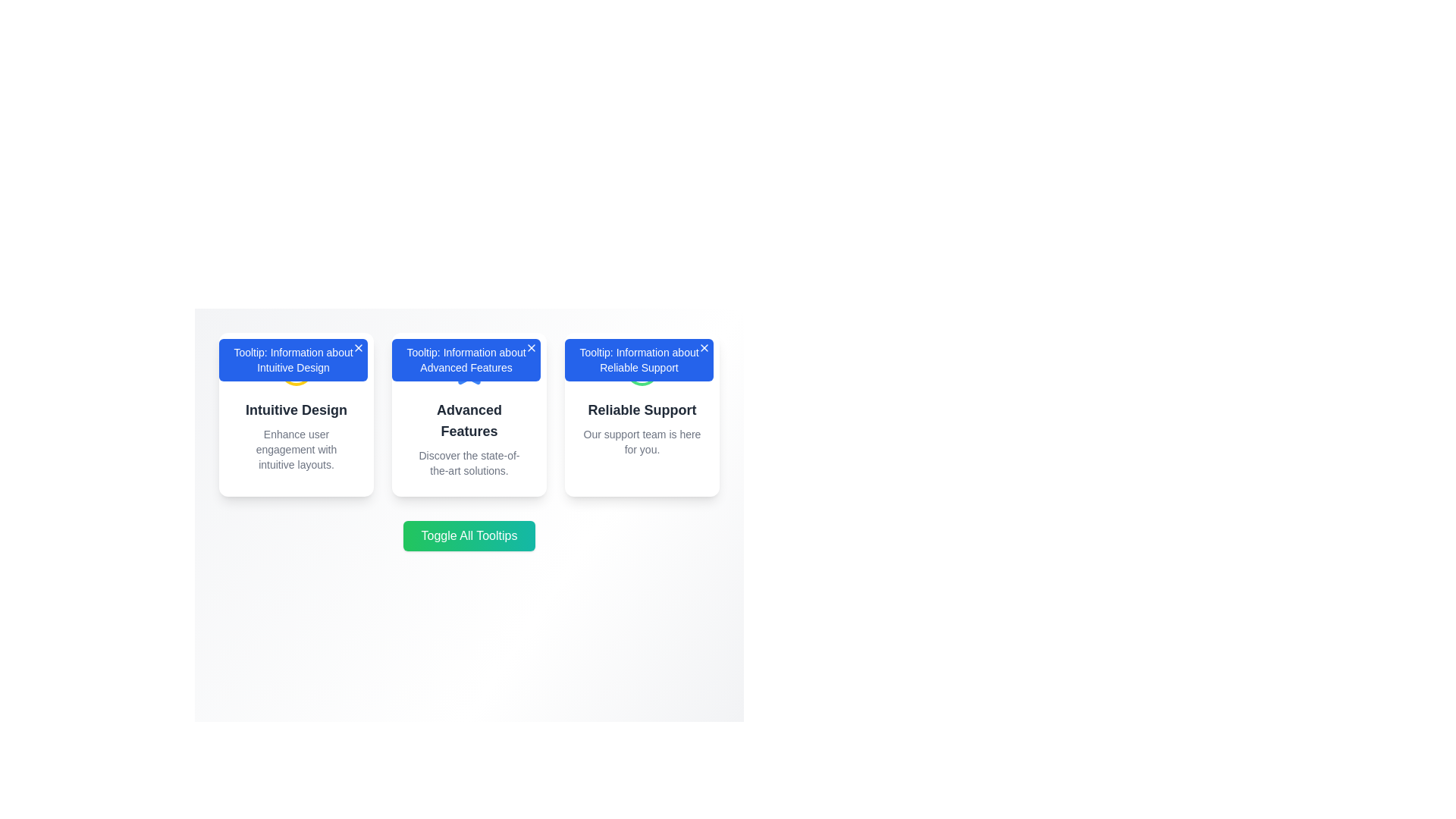 The width and height of the screenshot is (1456, 819). Describe the element at coordinates (704, 348) in the screenshot. I see `the close button located at the top-right corner of the tooltip labeled 'Tooltip: Information about Reliable Support' to observe the color change` at that location.